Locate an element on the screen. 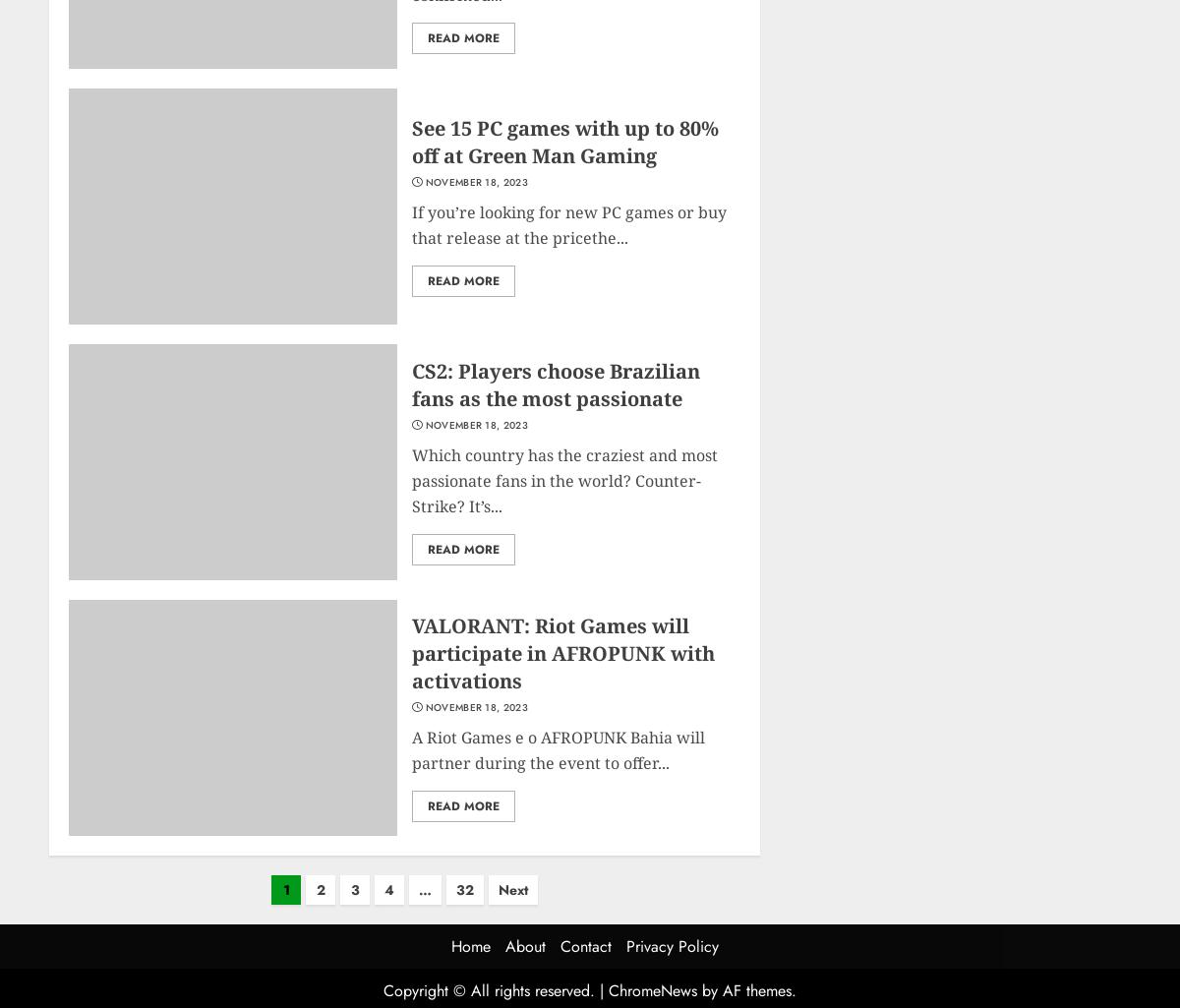  '|' is located at coordinates (604, 989).